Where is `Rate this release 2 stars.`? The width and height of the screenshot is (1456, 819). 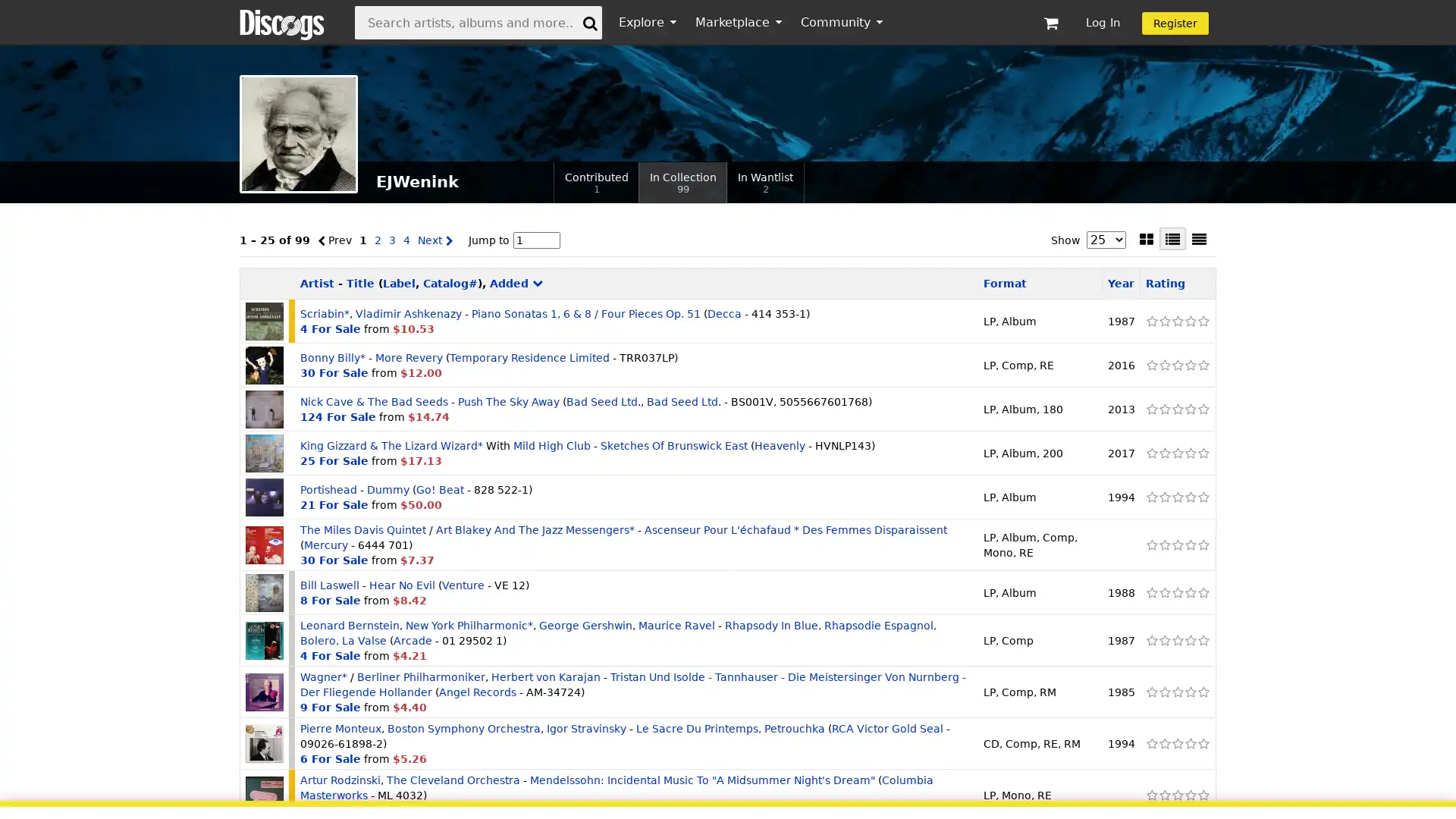
Rate this release 2 stars. is located at coordinates (1163, 795).